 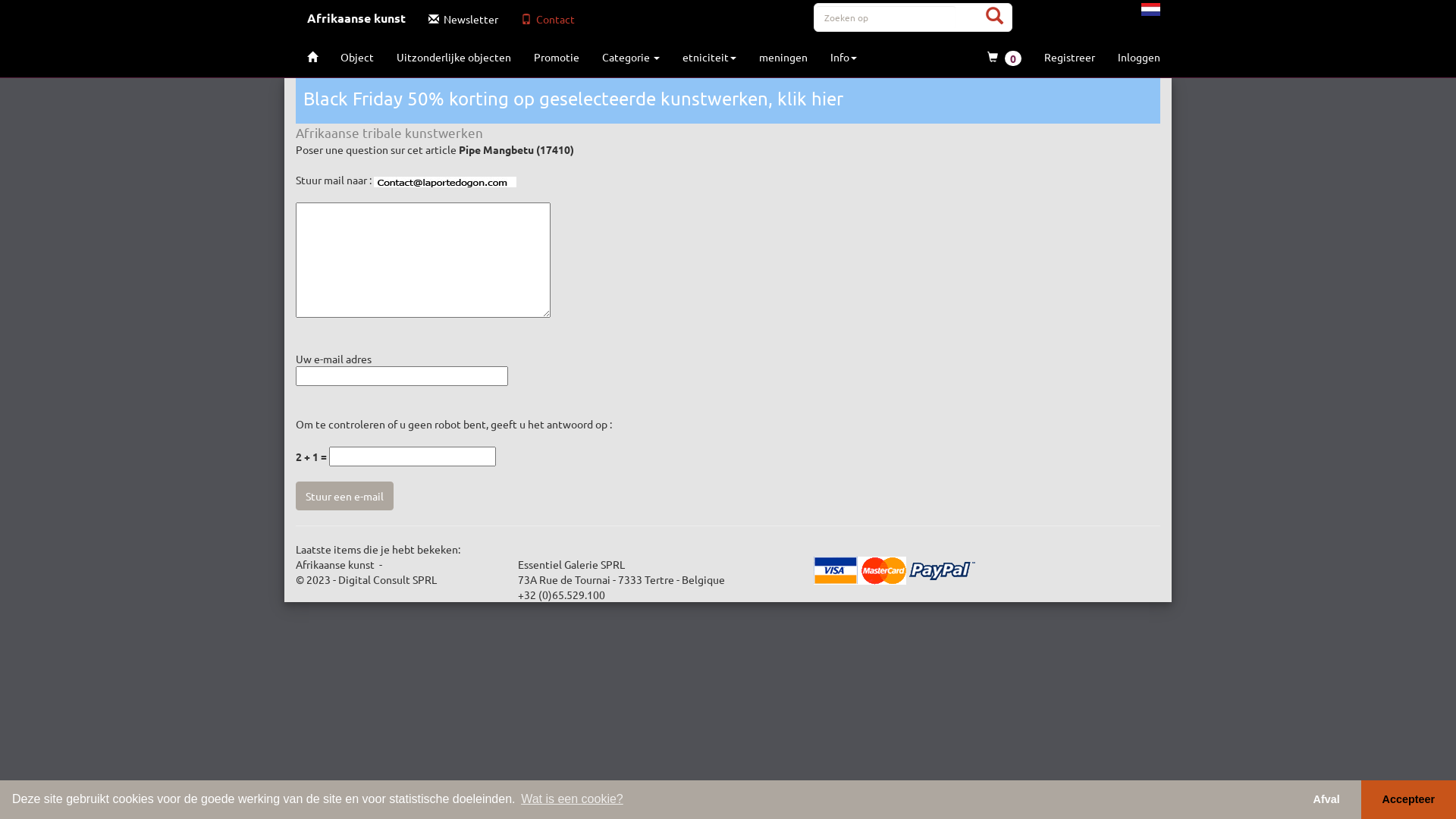 I want to click on '   0', so click(x=1004, y=57).